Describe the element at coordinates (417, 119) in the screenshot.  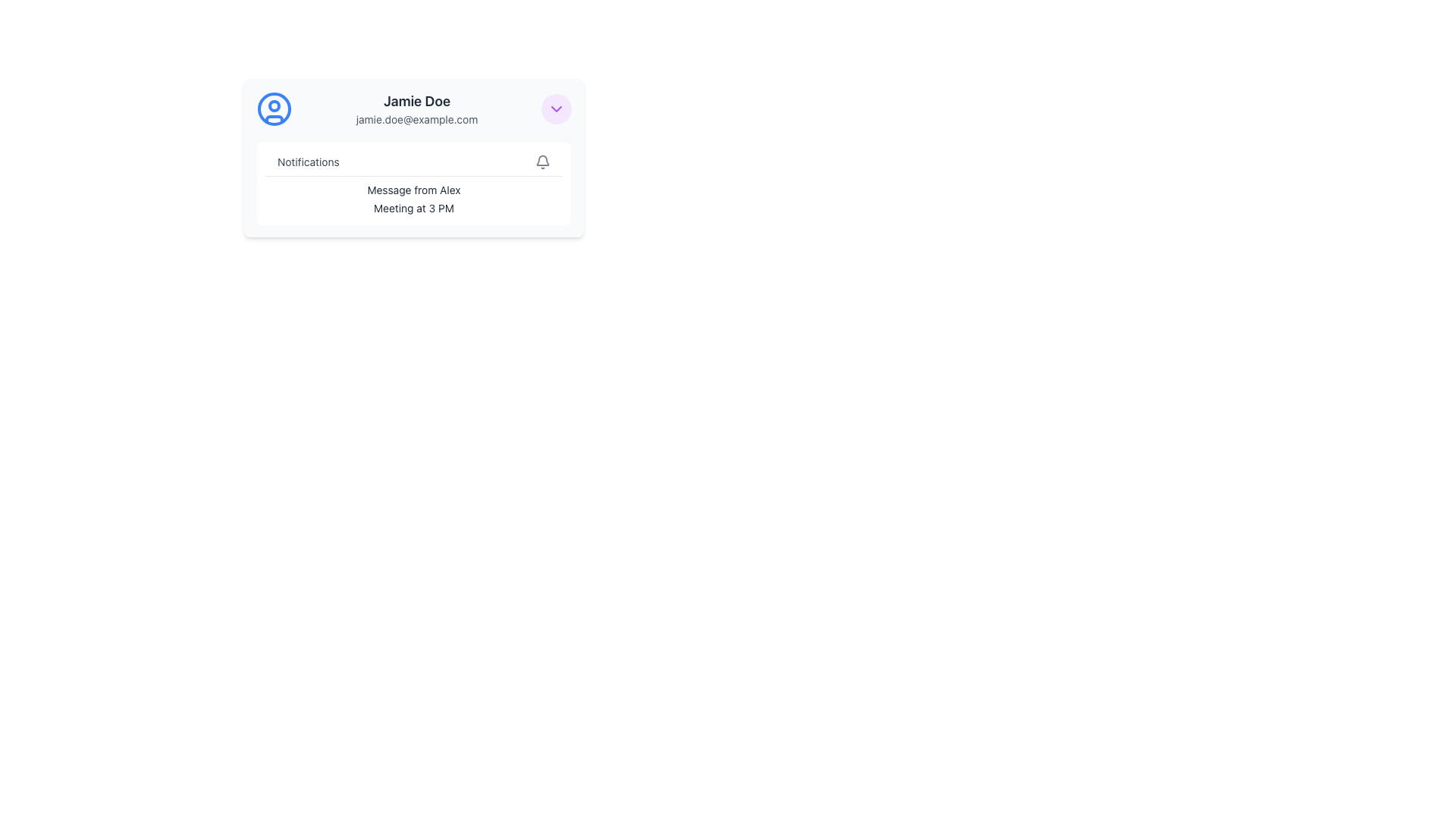
I see `the text label displaying 'jamie.doe@example.com', which is positioned directly below the name 'Jamie Doe' in a card or panel interface` at that location.